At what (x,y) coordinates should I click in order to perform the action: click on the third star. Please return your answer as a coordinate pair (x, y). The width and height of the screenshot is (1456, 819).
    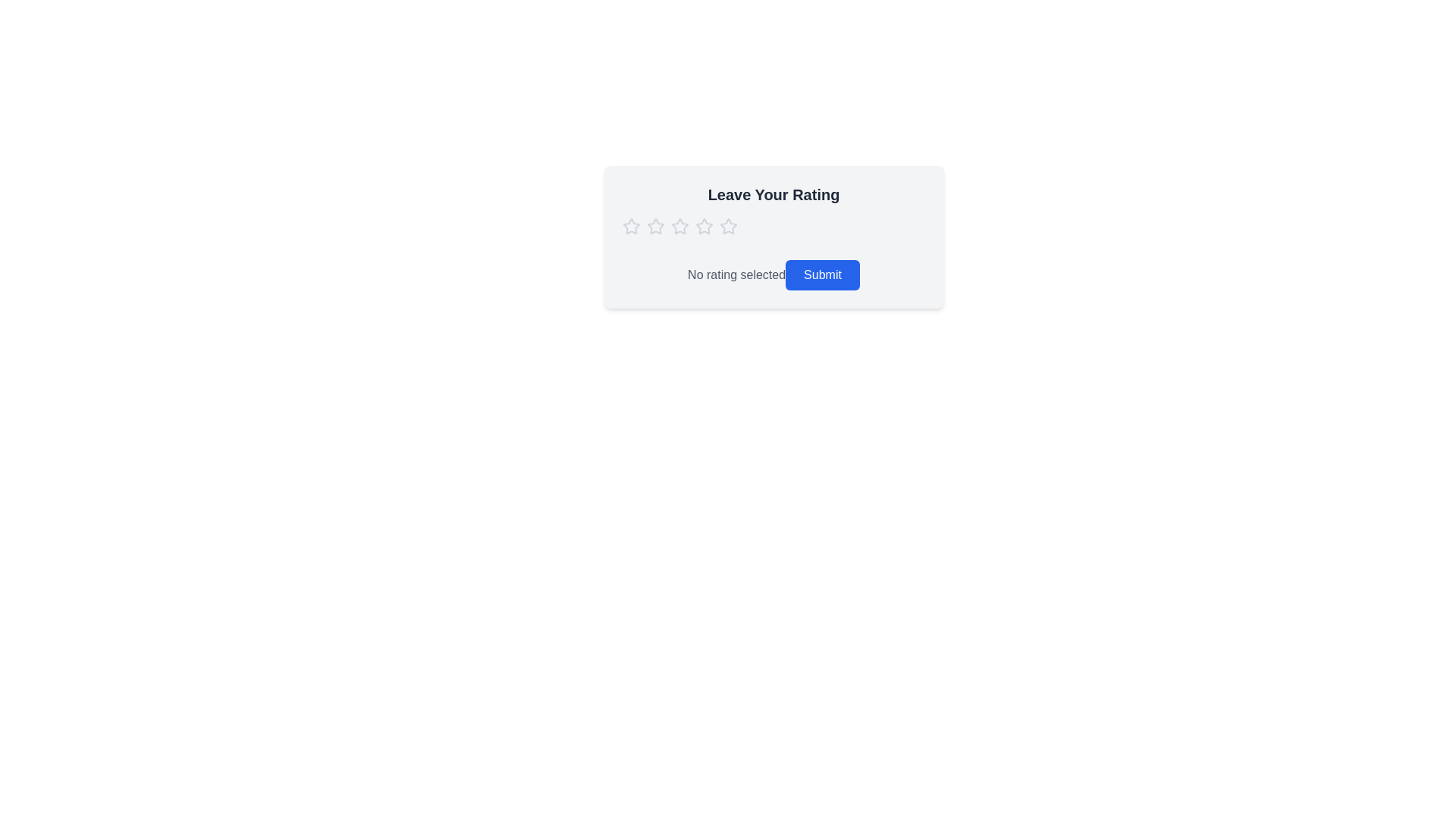
    Looking at the image, I should click on (728, 226).